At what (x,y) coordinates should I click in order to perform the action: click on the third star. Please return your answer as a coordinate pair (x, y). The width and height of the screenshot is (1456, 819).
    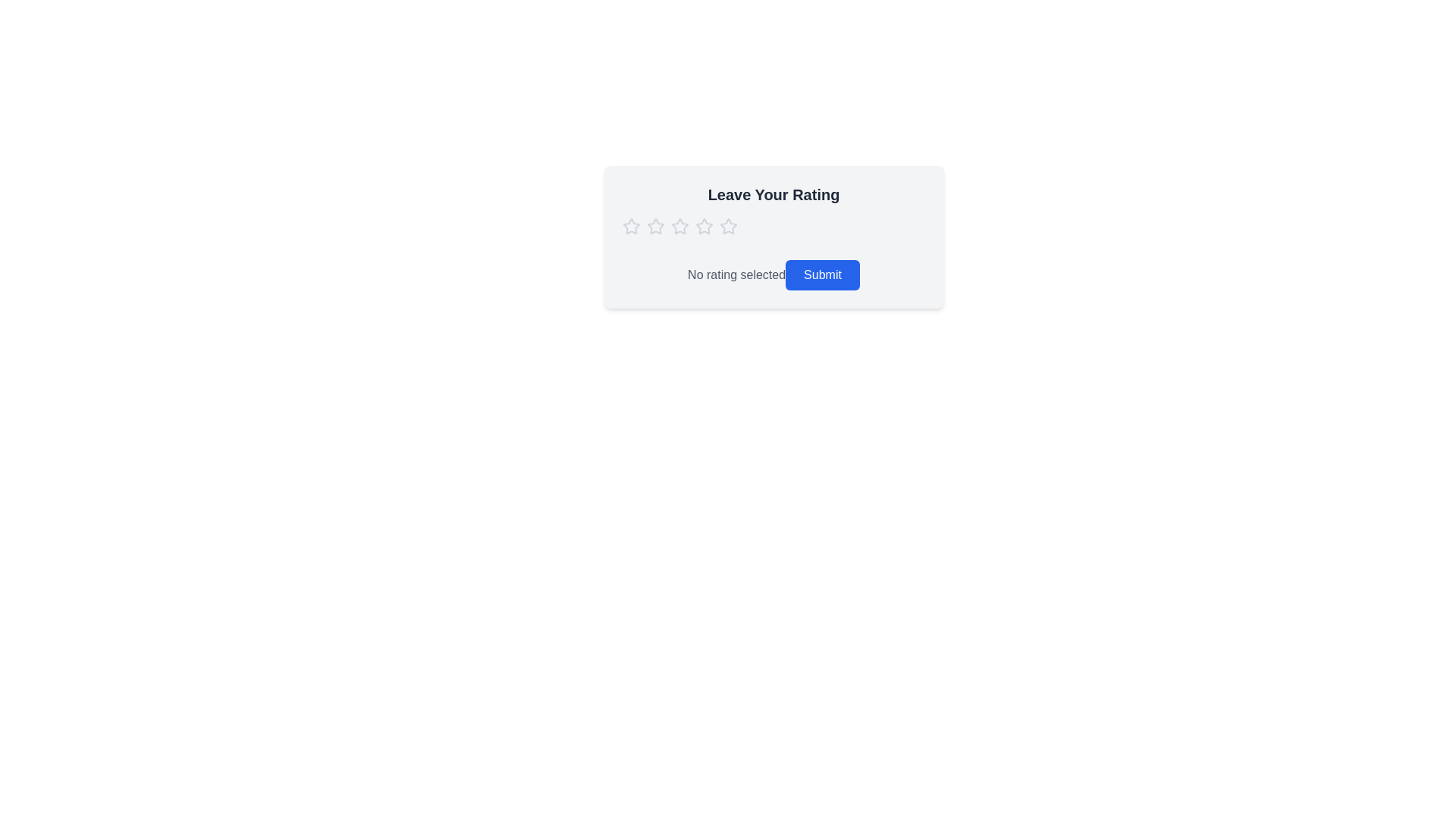
    Looking at the image, I should click on (728, 226).